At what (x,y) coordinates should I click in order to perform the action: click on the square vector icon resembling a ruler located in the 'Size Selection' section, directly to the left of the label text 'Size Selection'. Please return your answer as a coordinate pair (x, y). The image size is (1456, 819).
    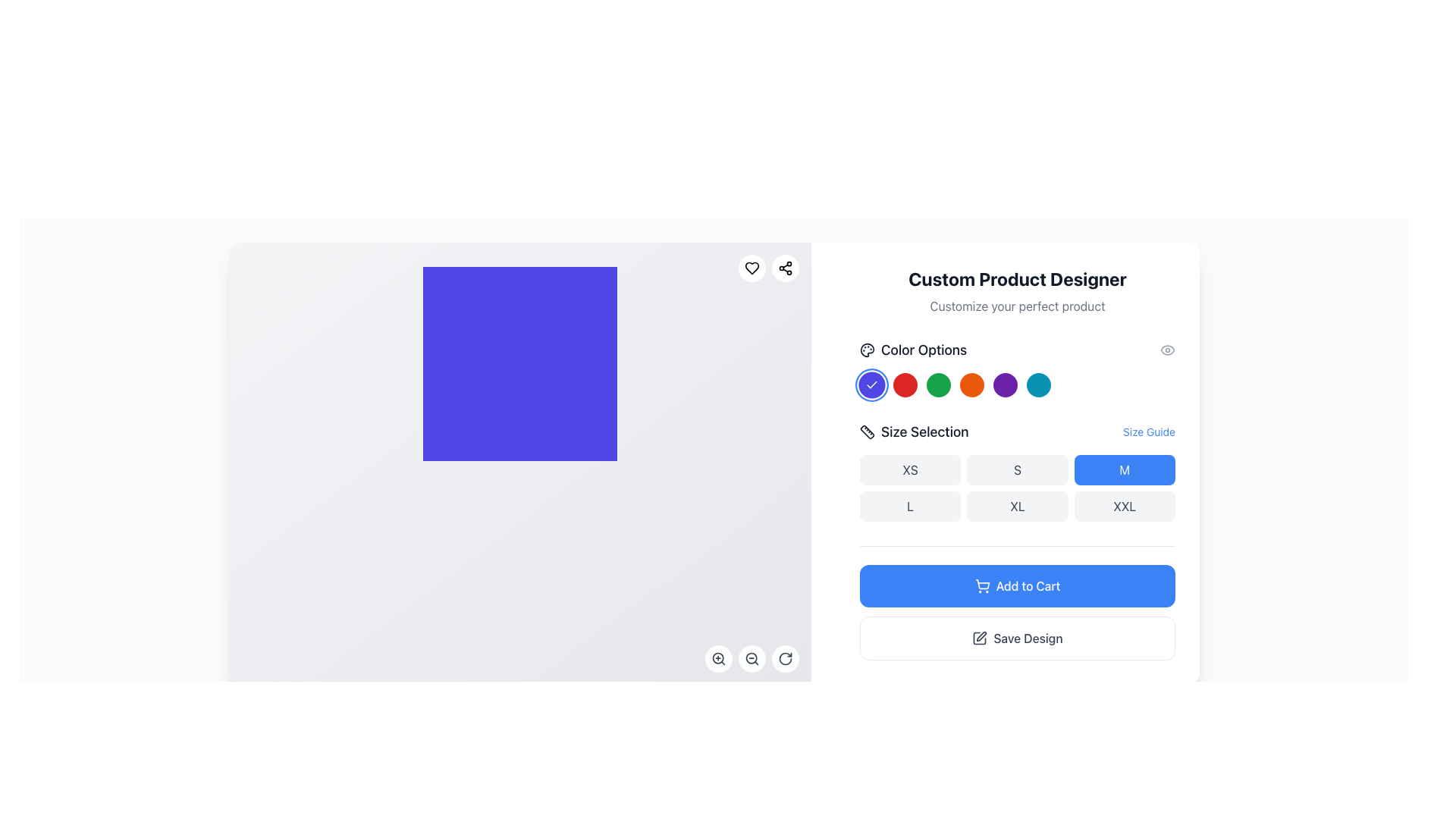
    Looking at the image, I should click on (867, 432).